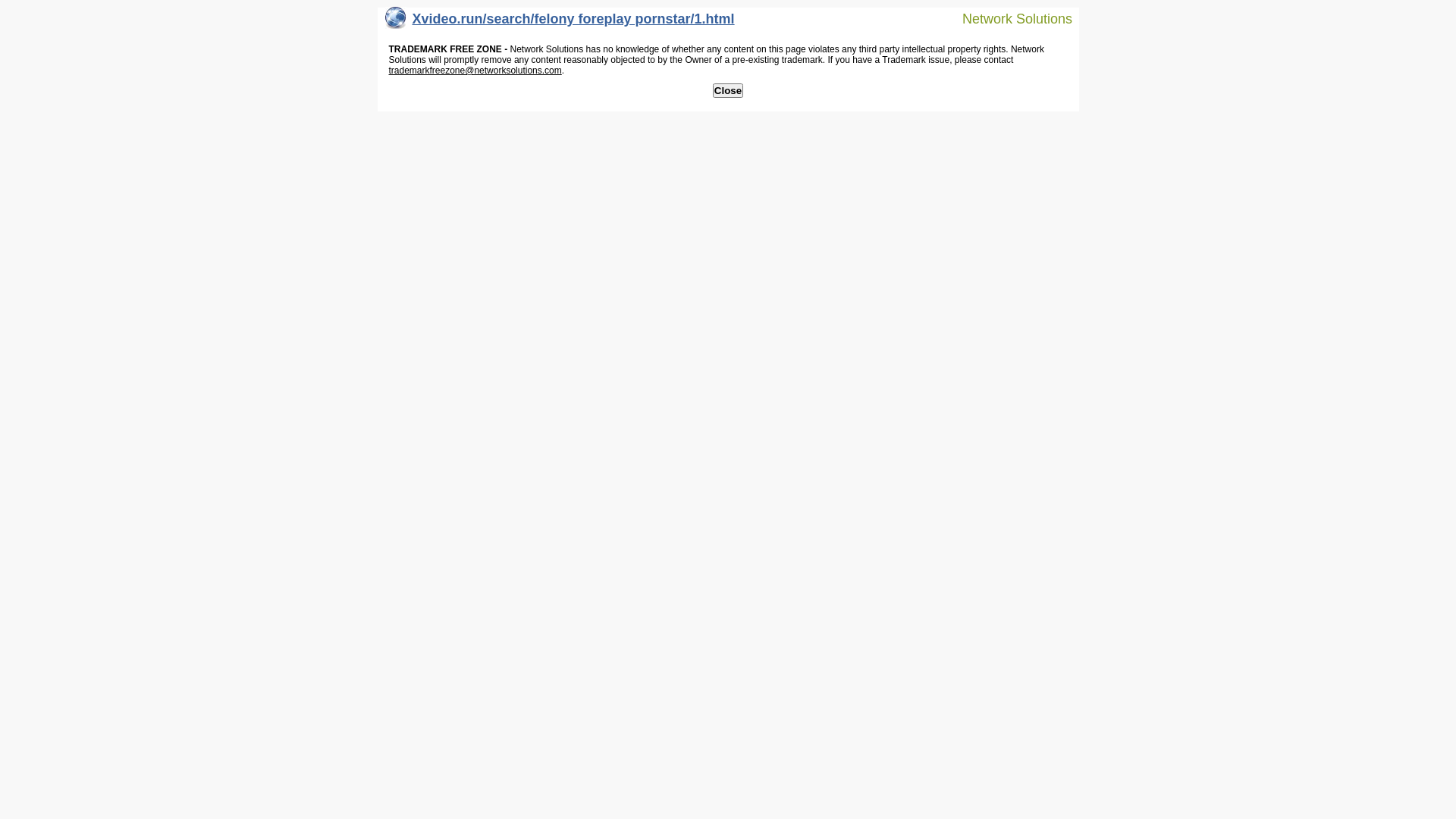 This screenshot has width=1456, height=819. What do you see at coordinates (473, 70) in the screenshot?
I see `'trademarkfreezone@networksolutions.com'` at bounding box center [473, 70].